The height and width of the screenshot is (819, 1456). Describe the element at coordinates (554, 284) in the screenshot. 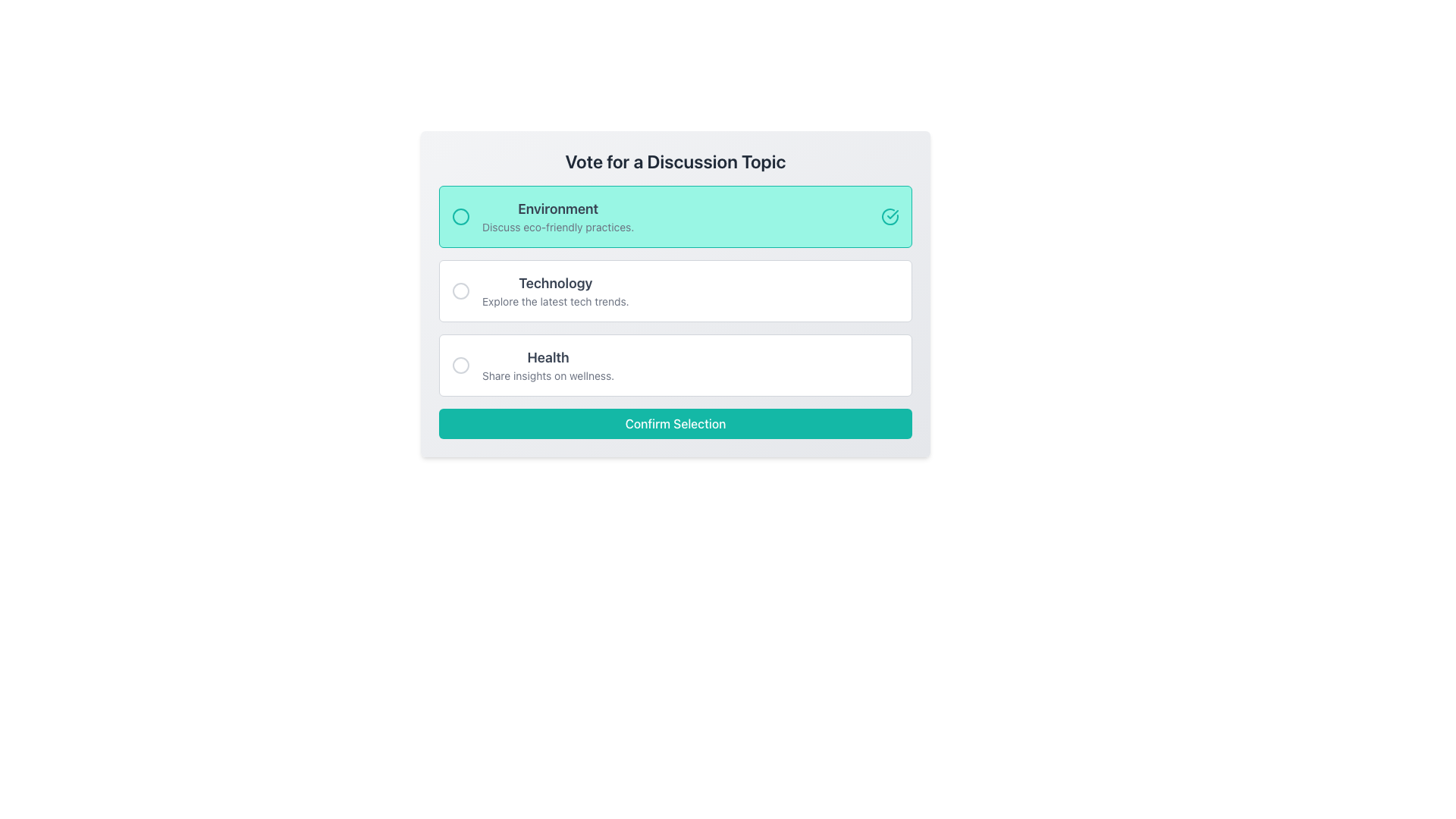

I see `text label that serves as the title for the second selectable option under the header 'Vote for a Discussion Topic', positioned directly above the descriptive text 'Explore the latest tech trends'` at that location.